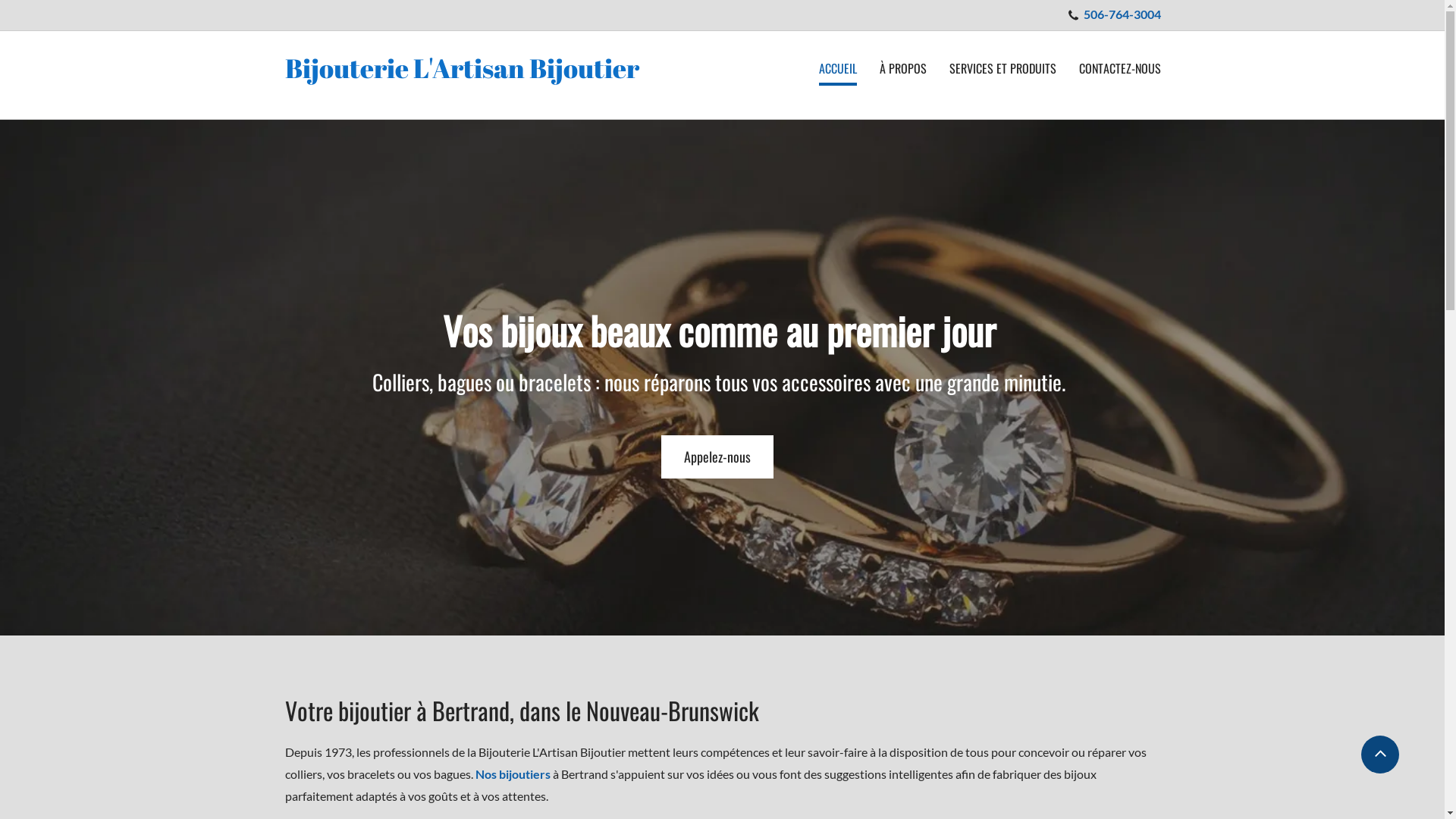 The image size is (1456, 819). Describe the element at coordinates (1119, 69) in the screenshot. I see `'CONTACTEZ-NOUS'` at that location.